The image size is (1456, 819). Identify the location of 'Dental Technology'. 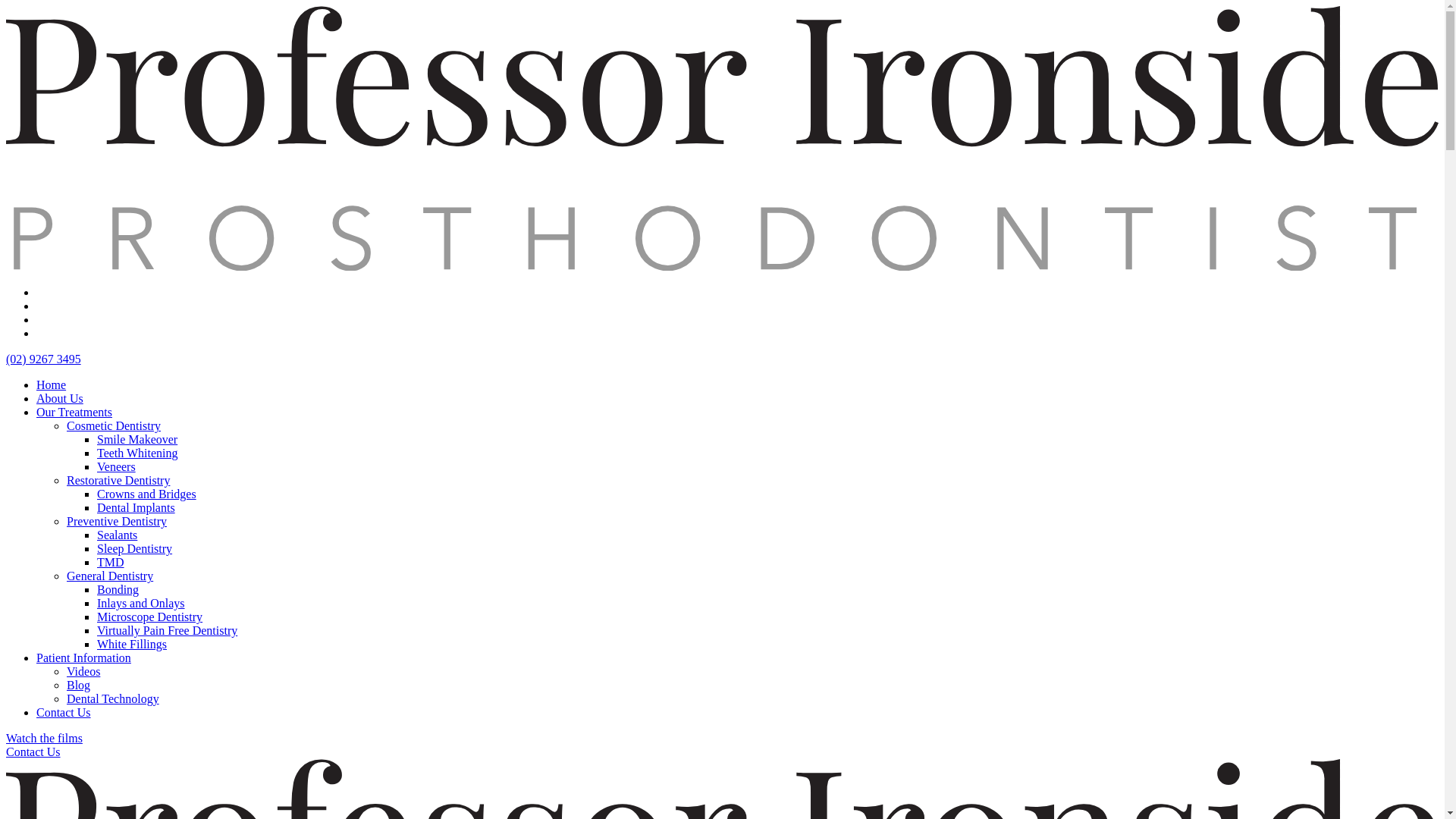
(111, 698).